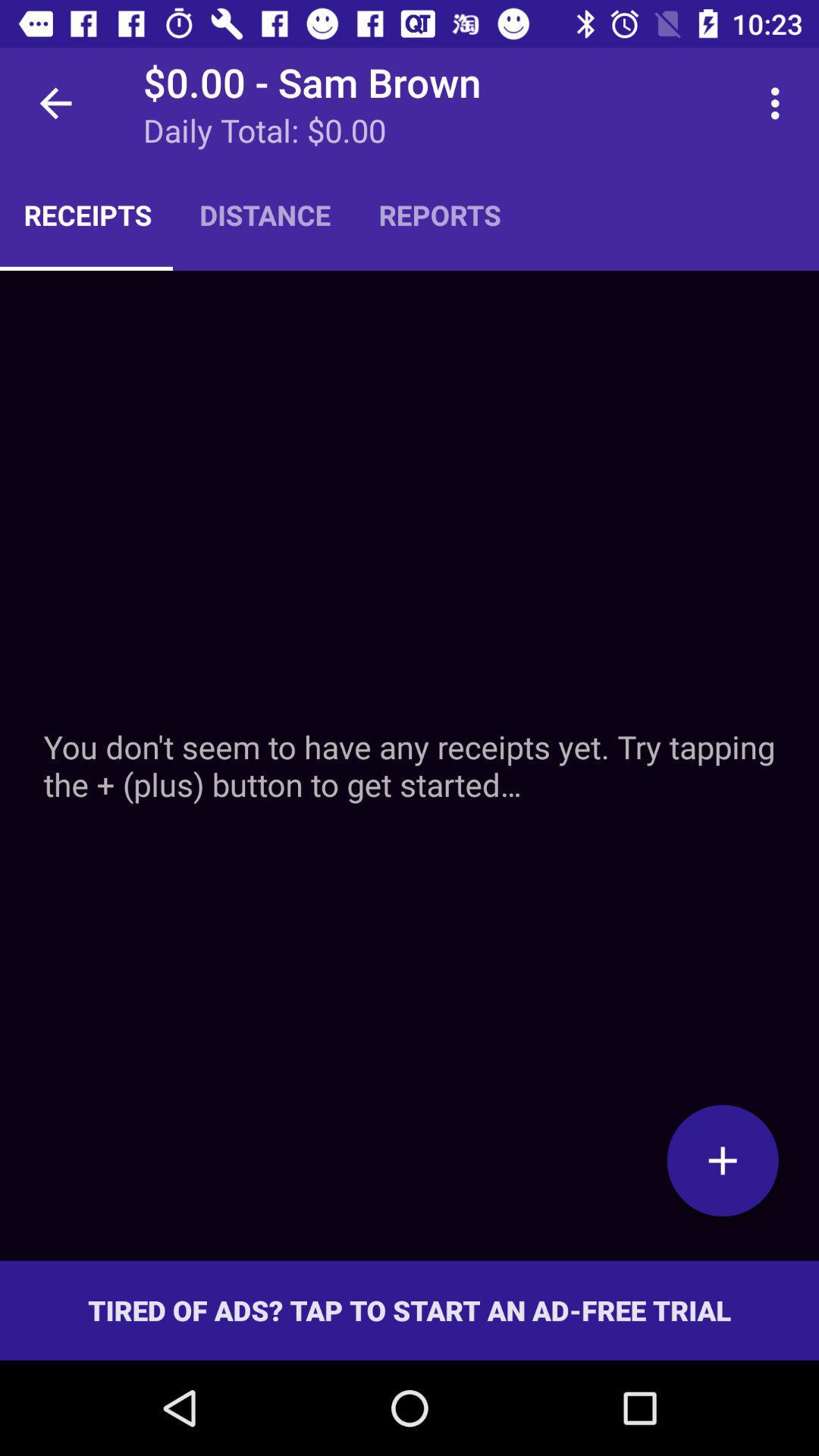  I want to click on icon to the right of reports, so click(779, 102).